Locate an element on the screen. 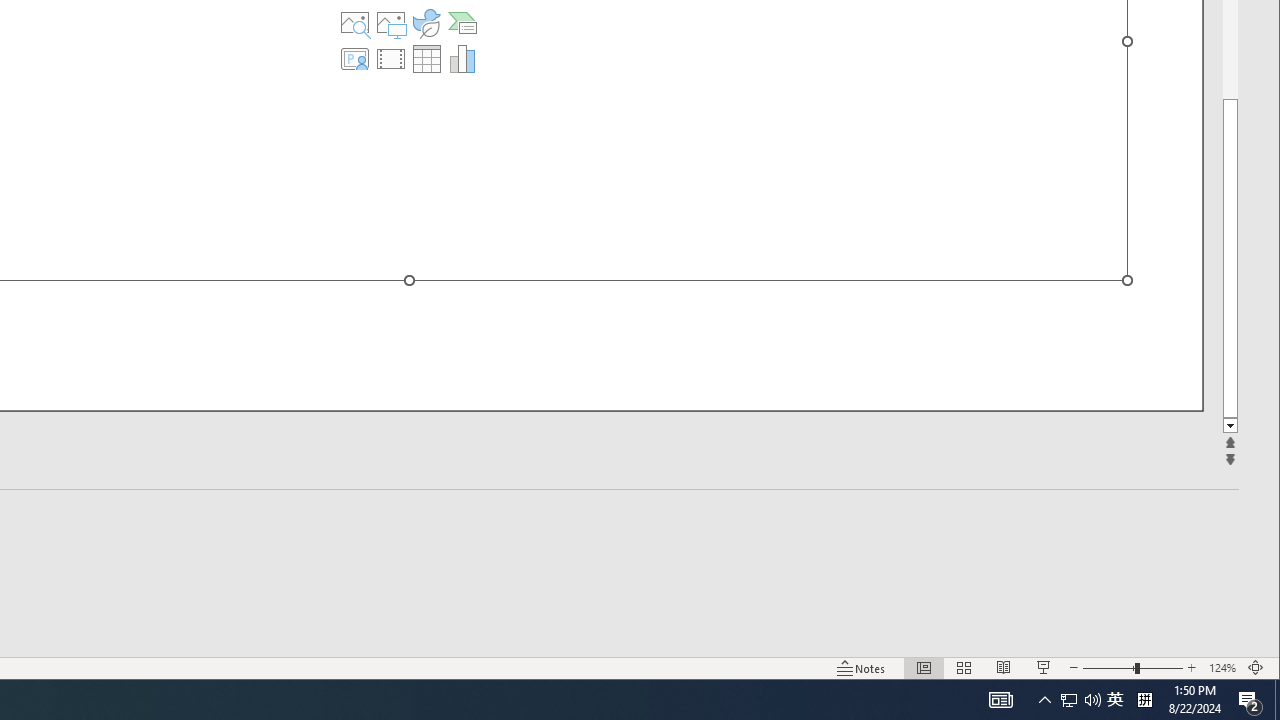 The width and height of the screenshot is (1280, 720). 'Insert Table' is located at coordinates (425, 58).